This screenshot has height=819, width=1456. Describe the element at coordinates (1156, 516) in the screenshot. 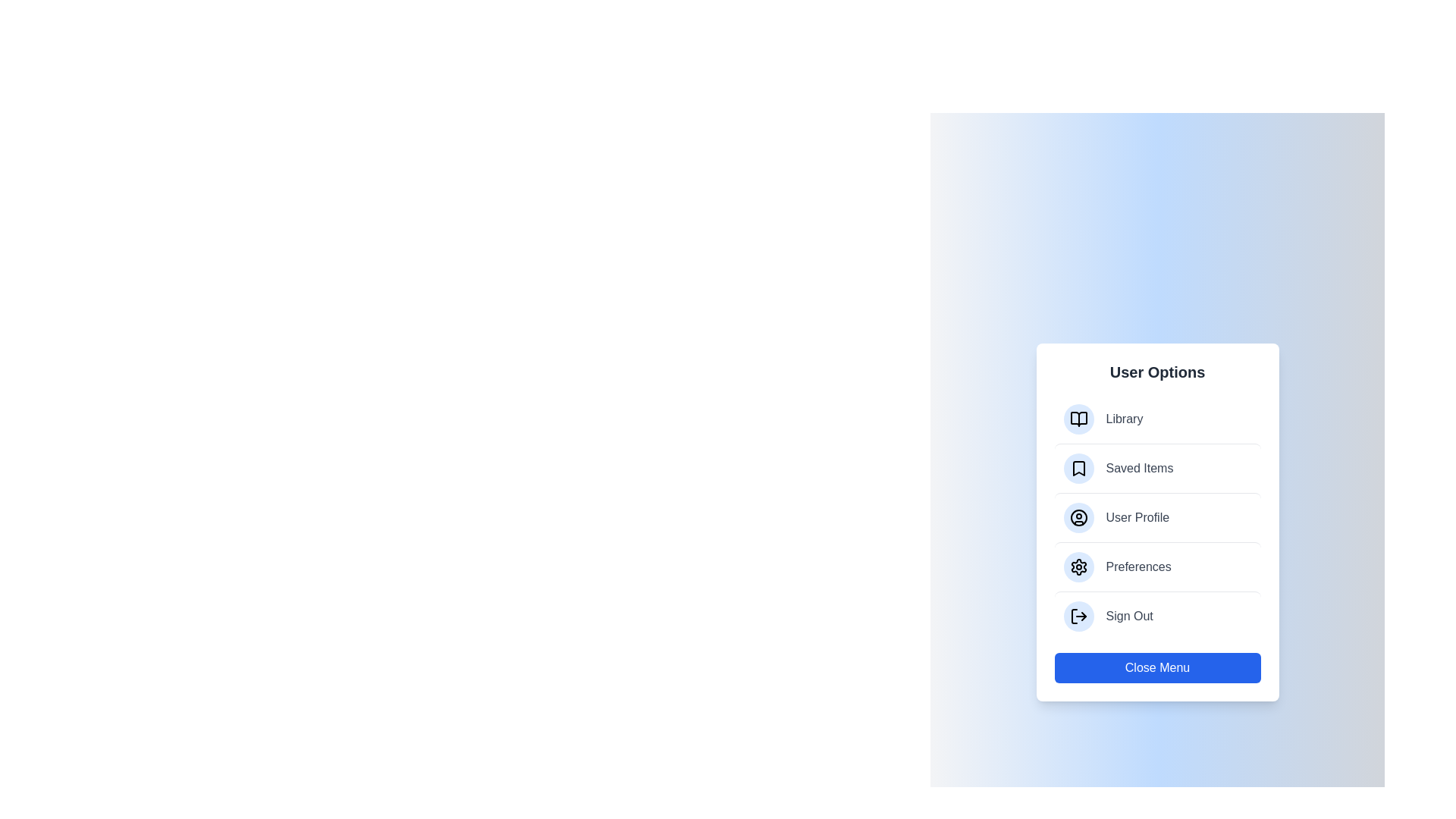

I see `the menu item User Profile from the ModernUserMenu` at that location.